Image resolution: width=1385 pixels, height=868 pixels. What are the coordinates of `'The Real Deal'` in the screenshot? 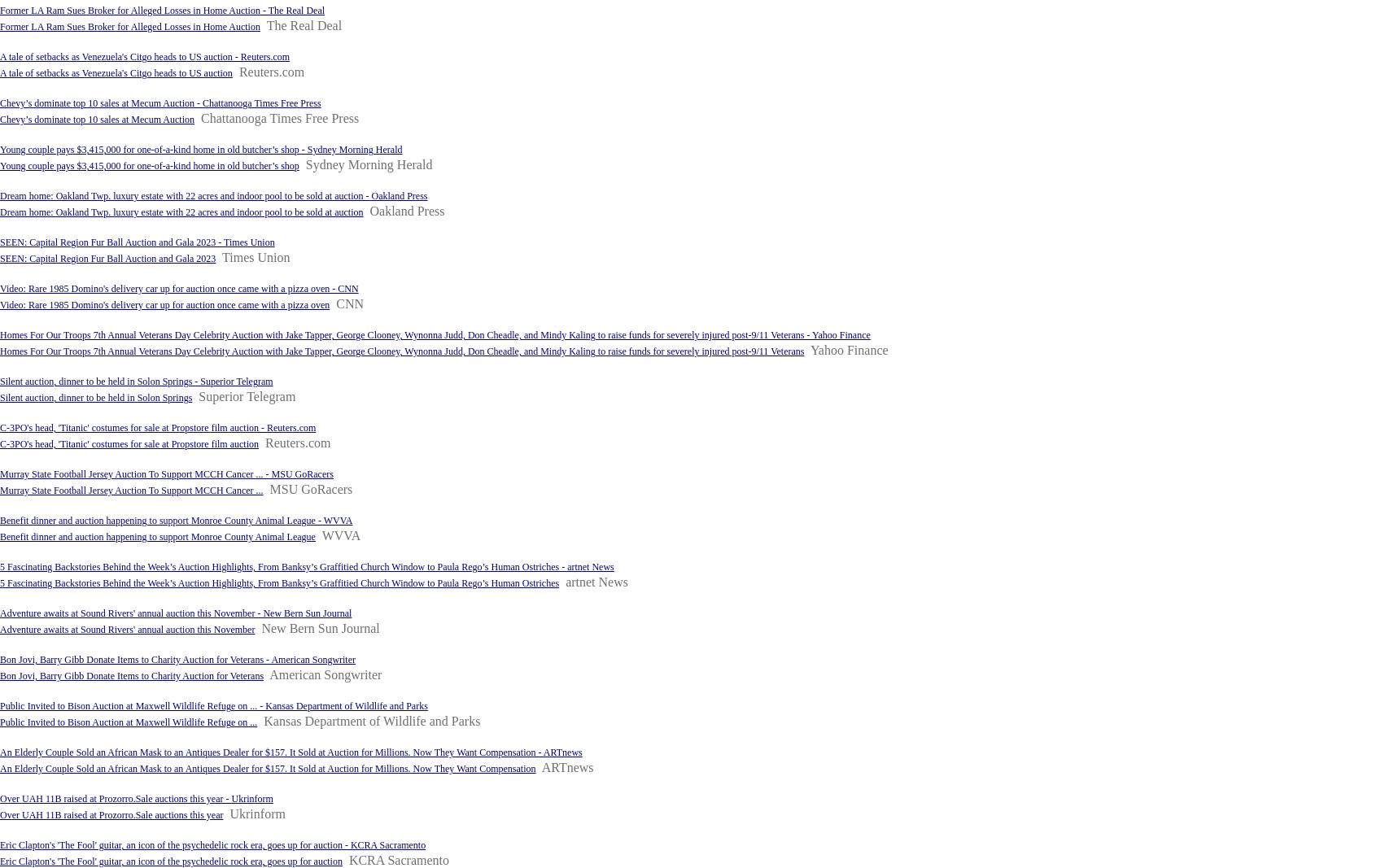 It's located at (304, 24).